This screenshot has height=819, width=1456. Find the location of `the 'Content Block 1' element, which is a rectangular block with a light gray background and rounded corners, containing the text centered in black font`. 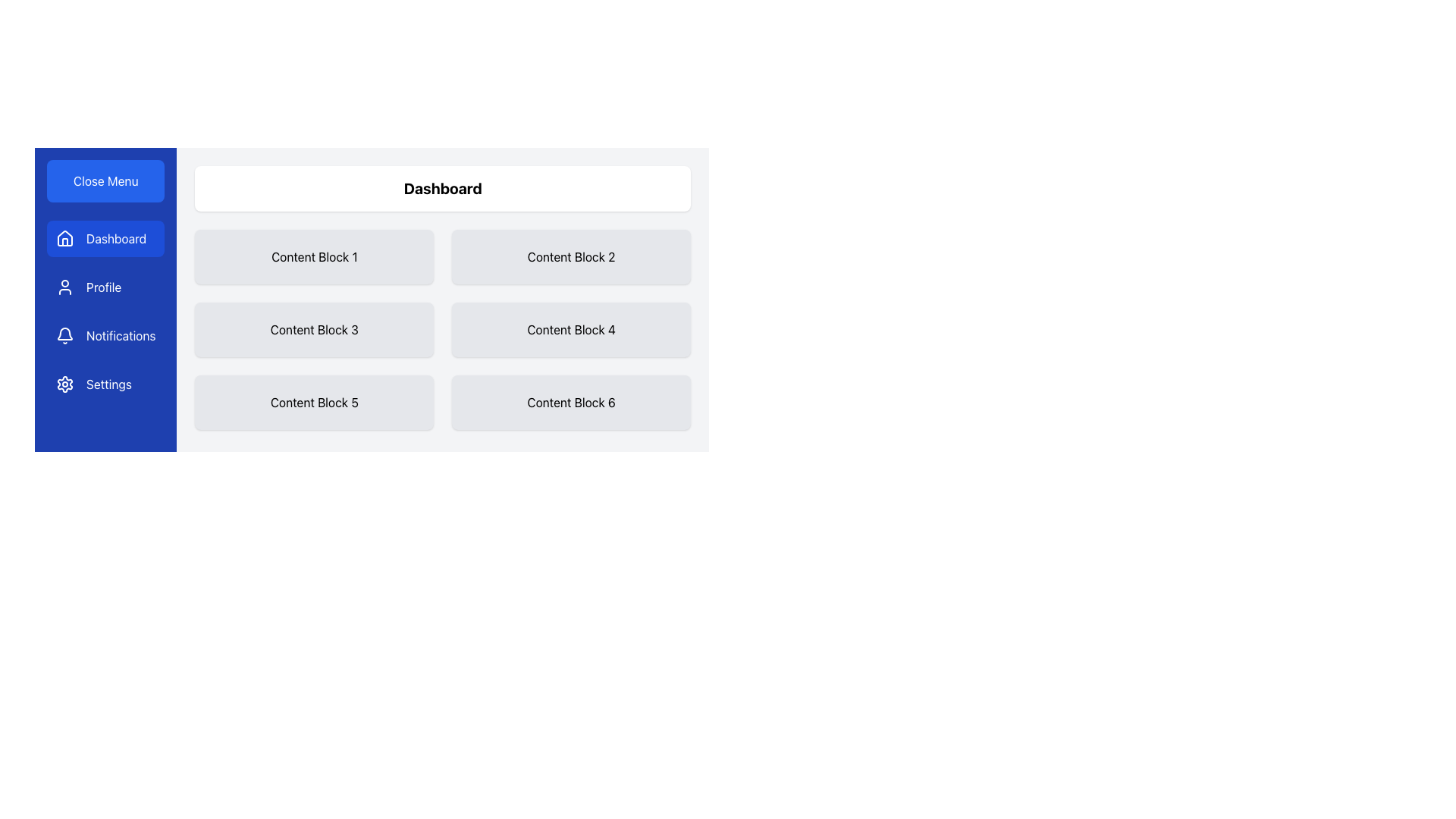

the 'Content Block 1' element, which is a rectangular block with a light gray background and rounded corners, containing the text centered in black font is located at coordinates (313, 256).